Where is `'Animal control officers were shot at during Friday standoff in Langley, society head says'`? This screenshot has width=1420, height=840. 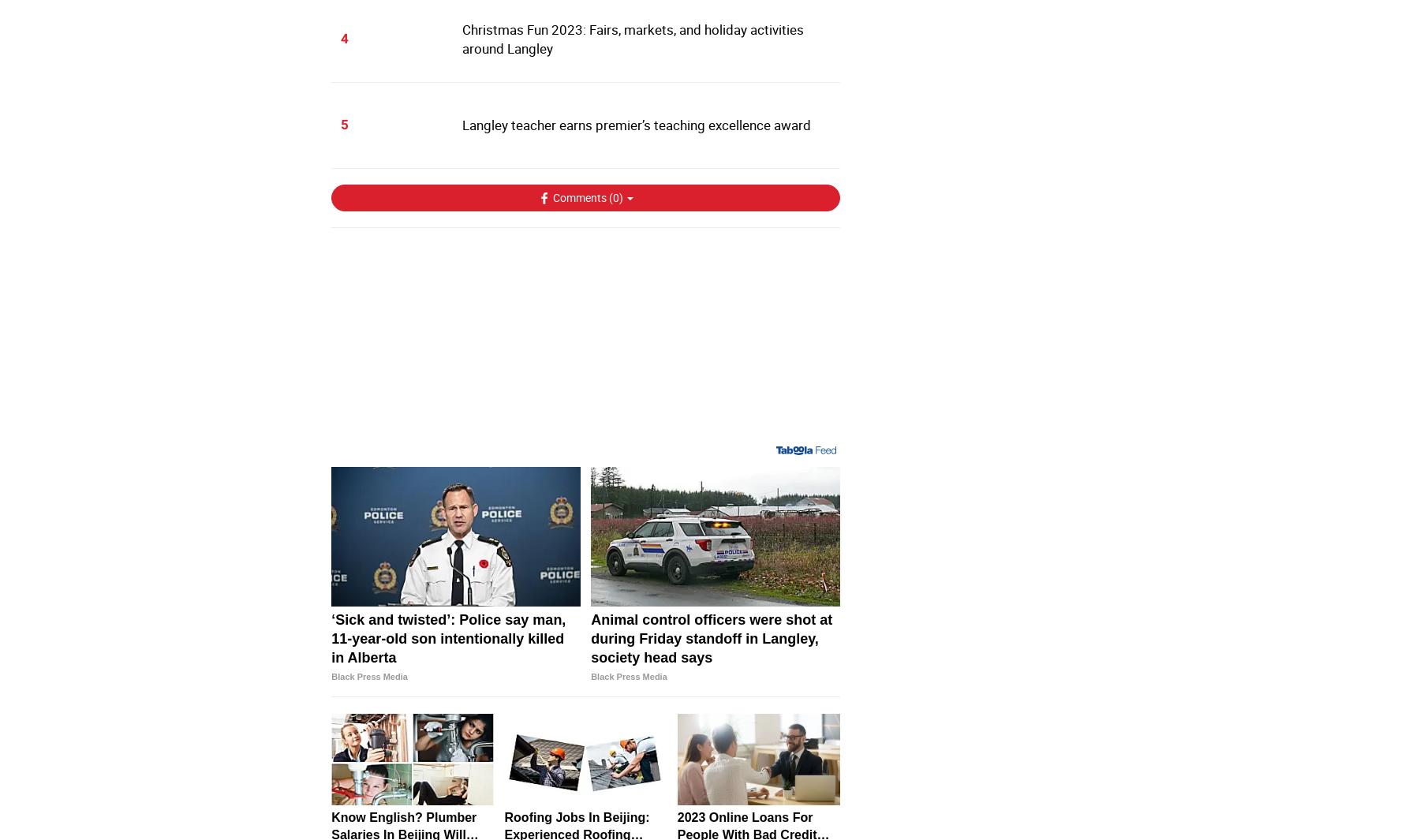 'Animal control officers were shot at during Friday standoff in Langley, society head says' is located at coordinates (580, 749).